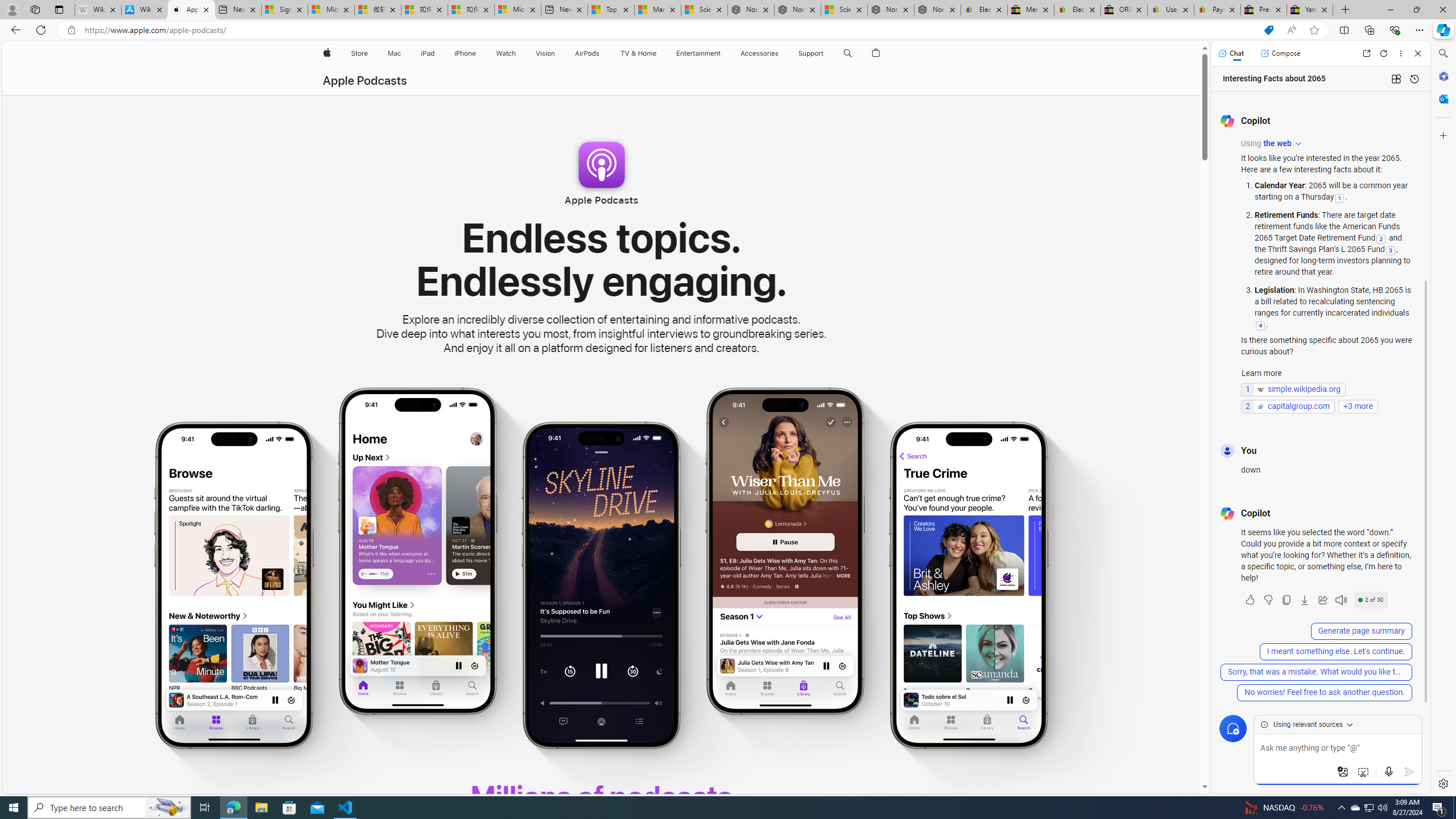  Describe the element at coordinates (1268, 30) in the screenshot. I see `'Shopping in Microsoft Edge'` at that location.